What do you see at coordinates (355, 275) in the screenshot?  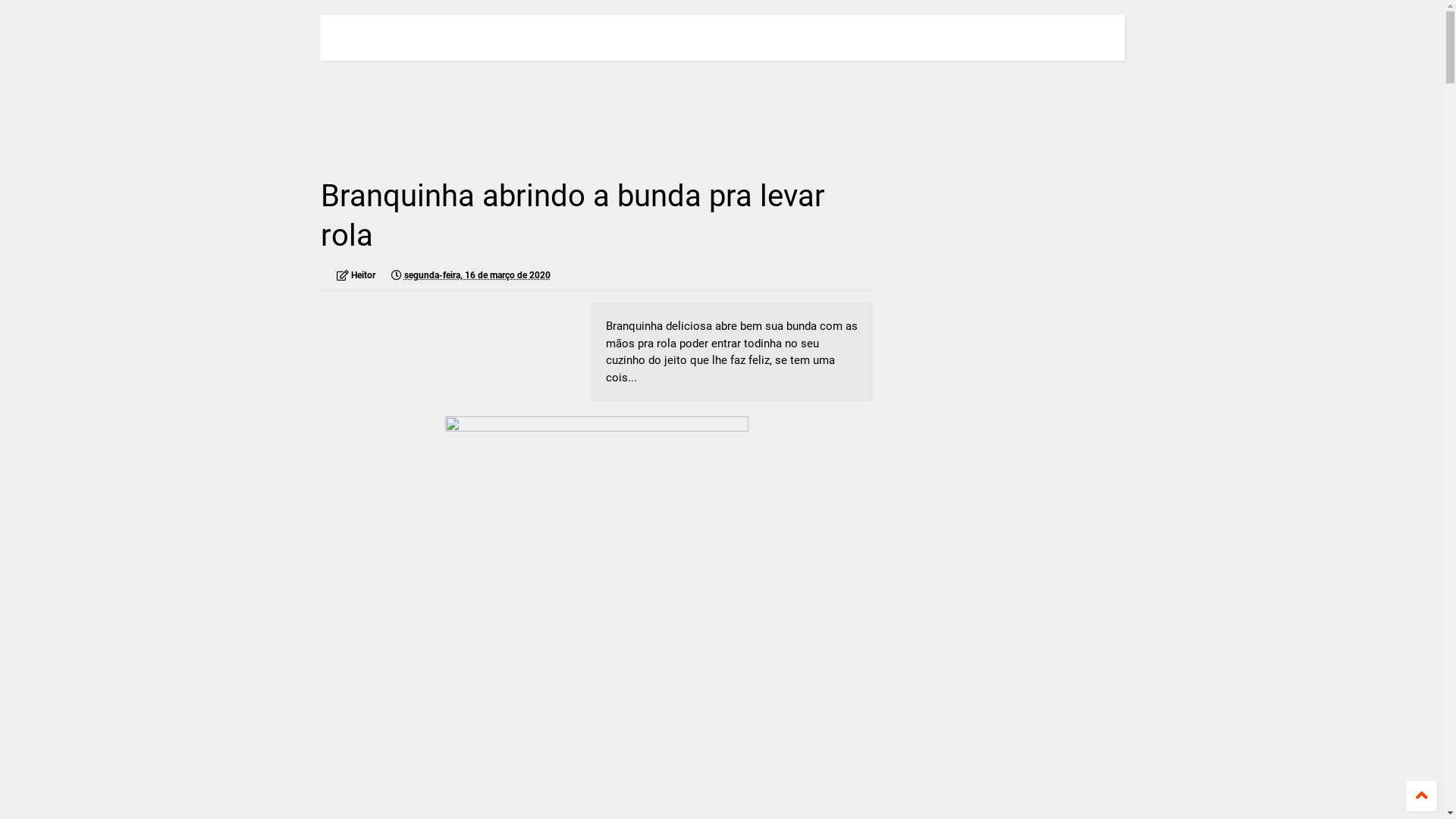 I see `'Heitor'` at bounding box center [355, 275].